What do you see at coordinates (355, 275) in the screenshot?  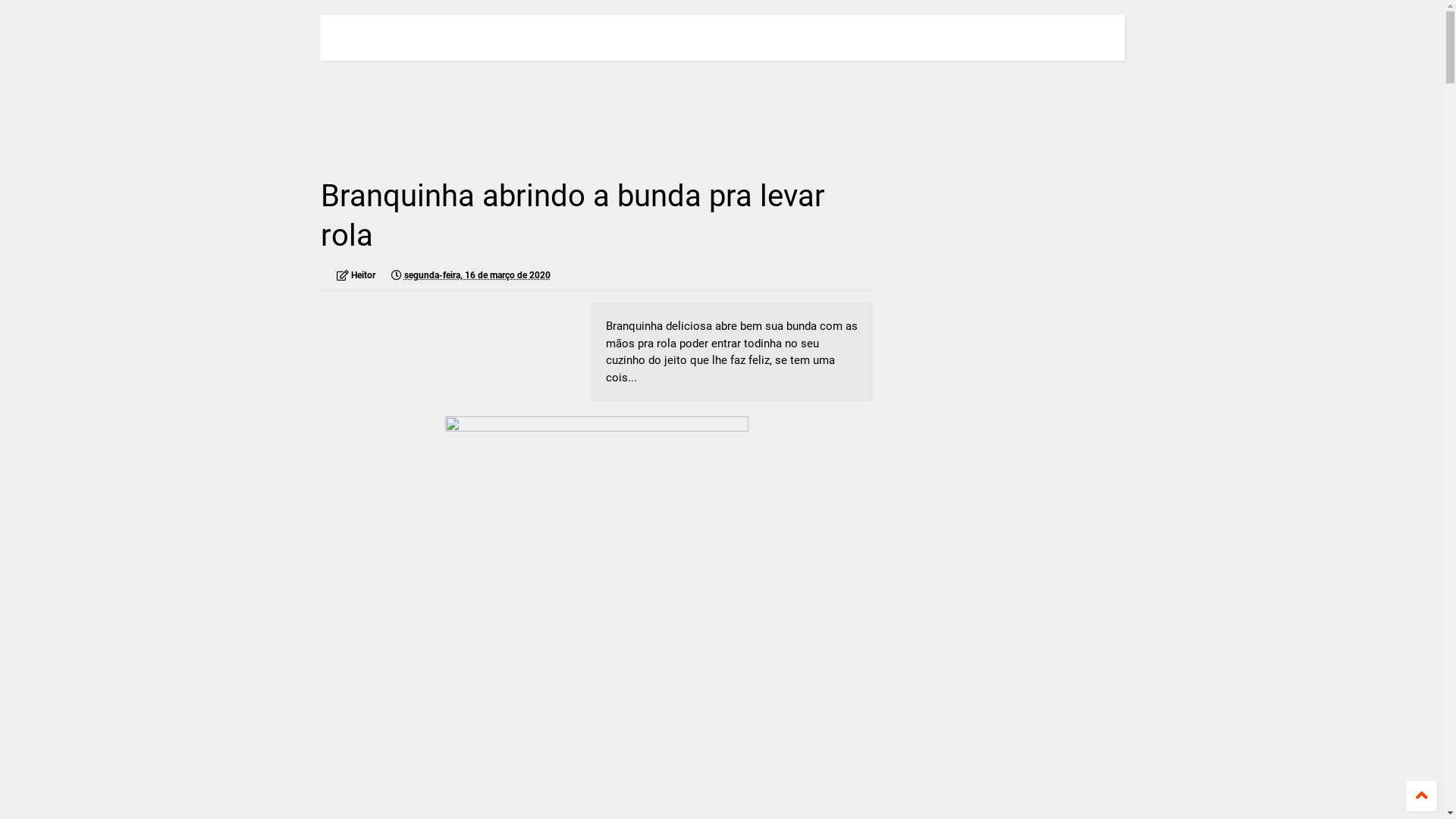 I see `'Heitor'` at bounding box center [355, 275].